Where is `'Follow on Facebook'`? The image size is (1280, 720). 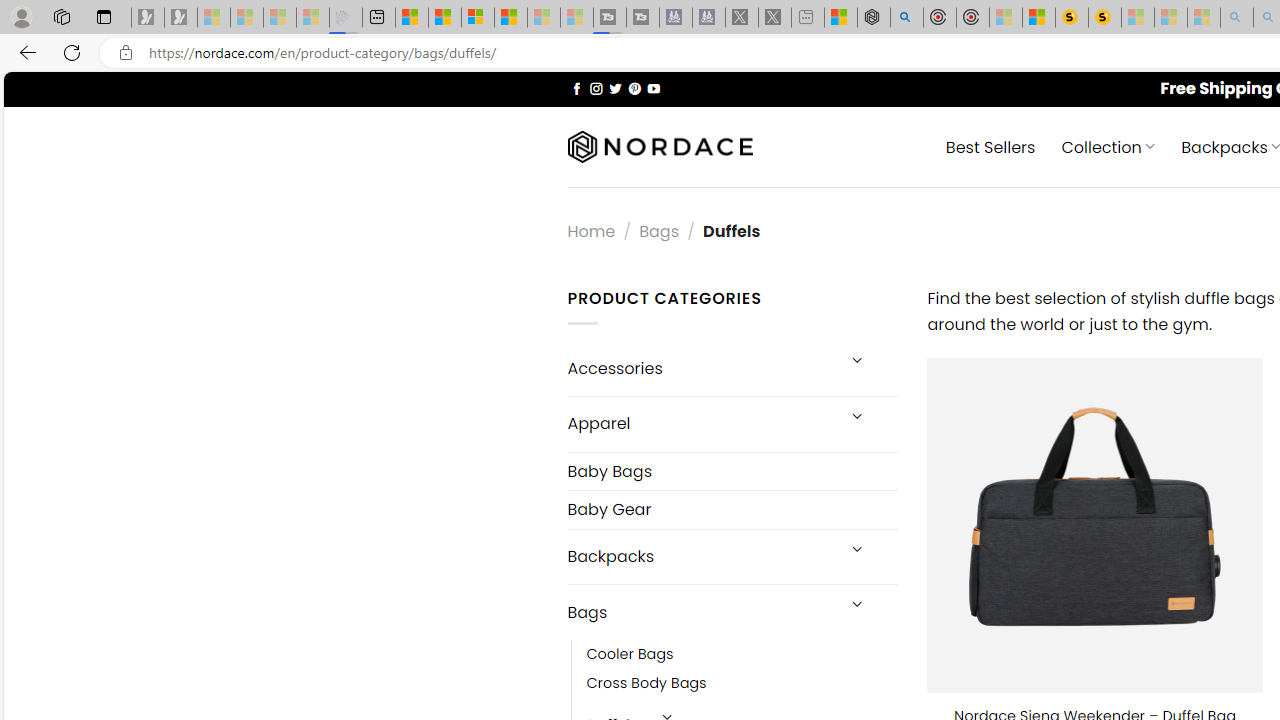 'Follow on Facebook' is located at coordinates (576, 87).